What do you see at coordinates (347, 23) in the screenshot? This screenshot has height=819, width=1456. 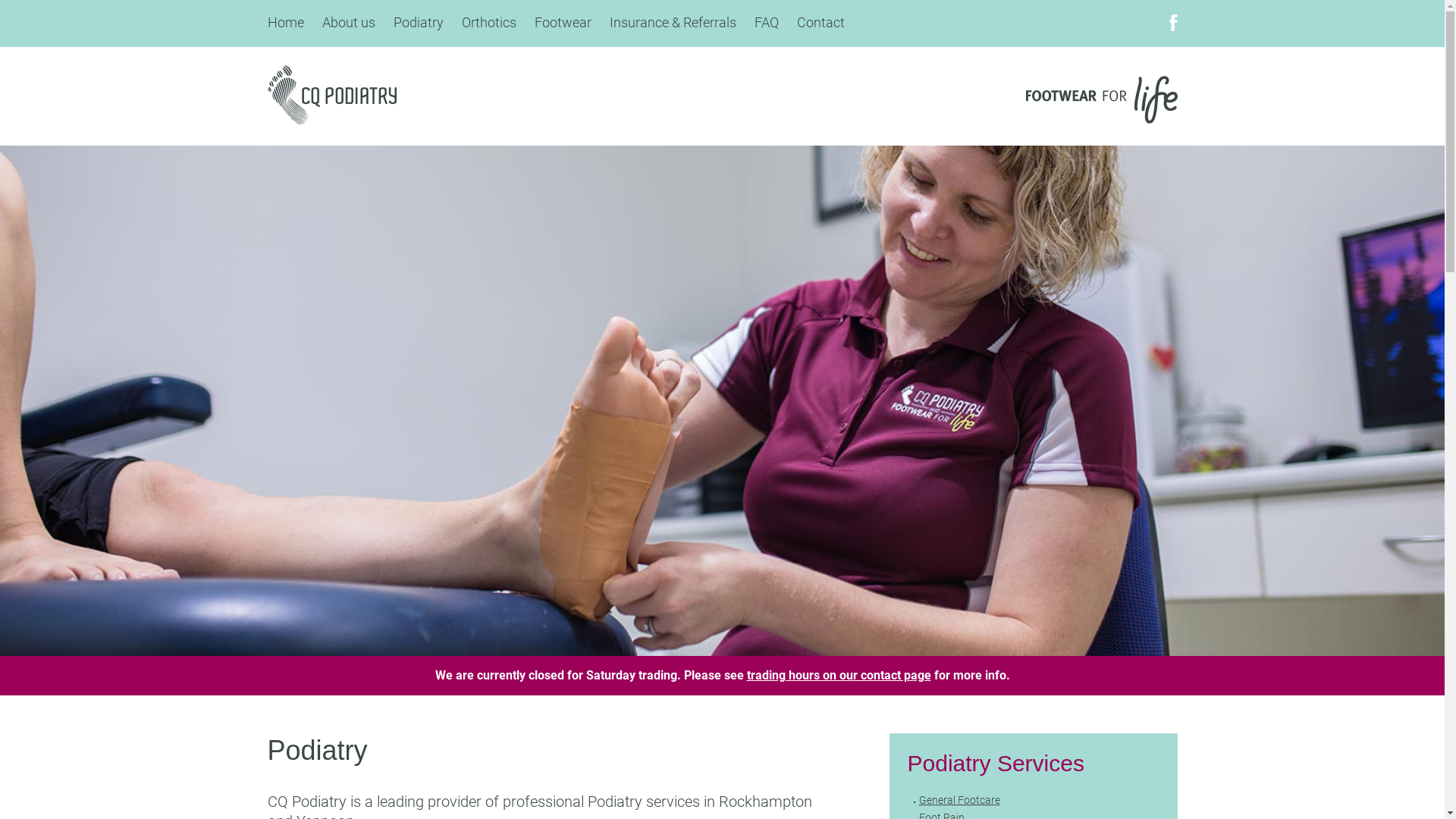 I see `'About us'` at bounding box center [347, 23].